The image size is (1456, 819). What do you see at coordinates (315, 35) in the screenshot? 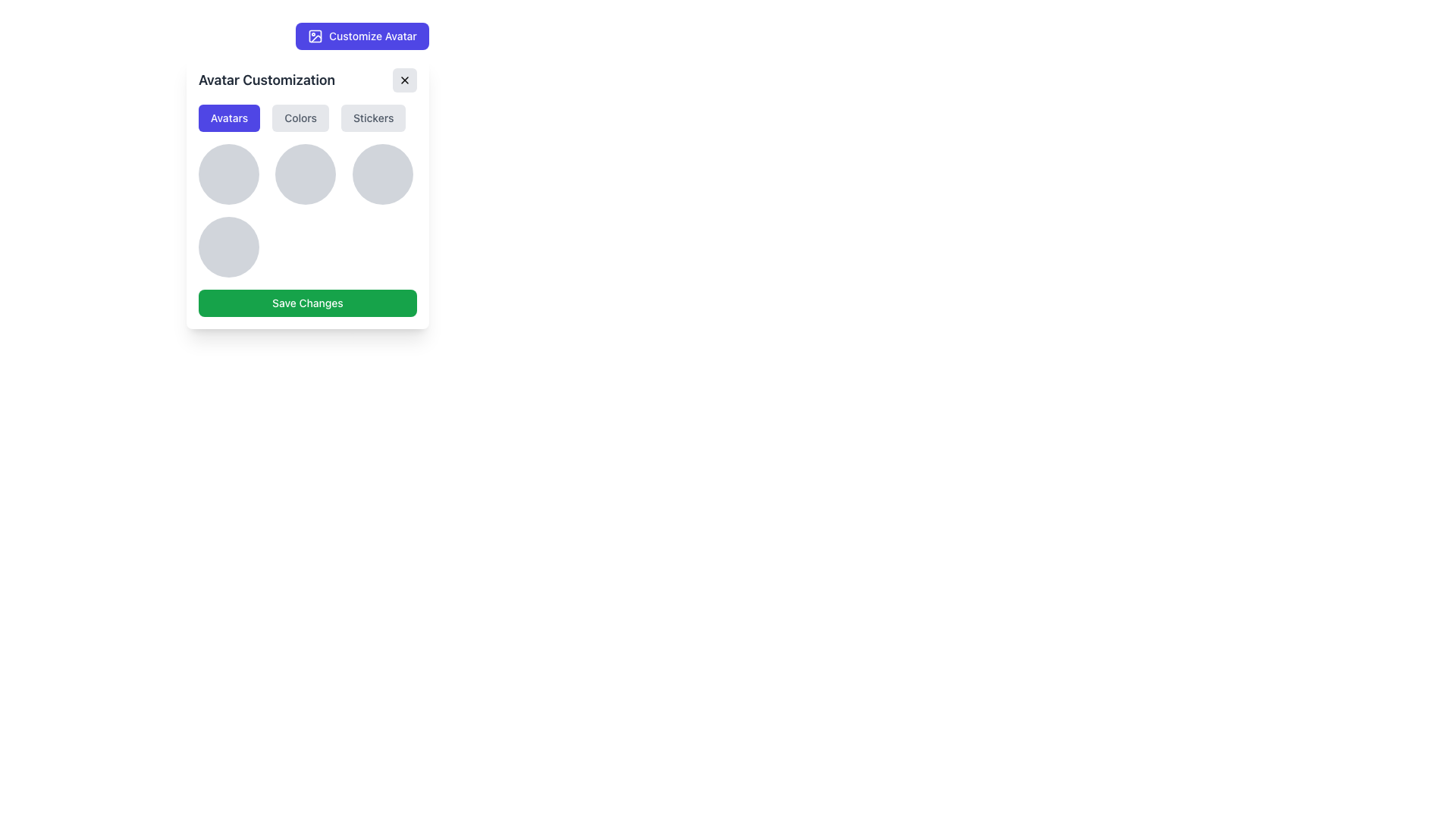
I see `the decorative icon within the 'Customize Avatar' button, which visually indicates the button's function for editing or customizing an avatar` at bounding box center [315, 35].